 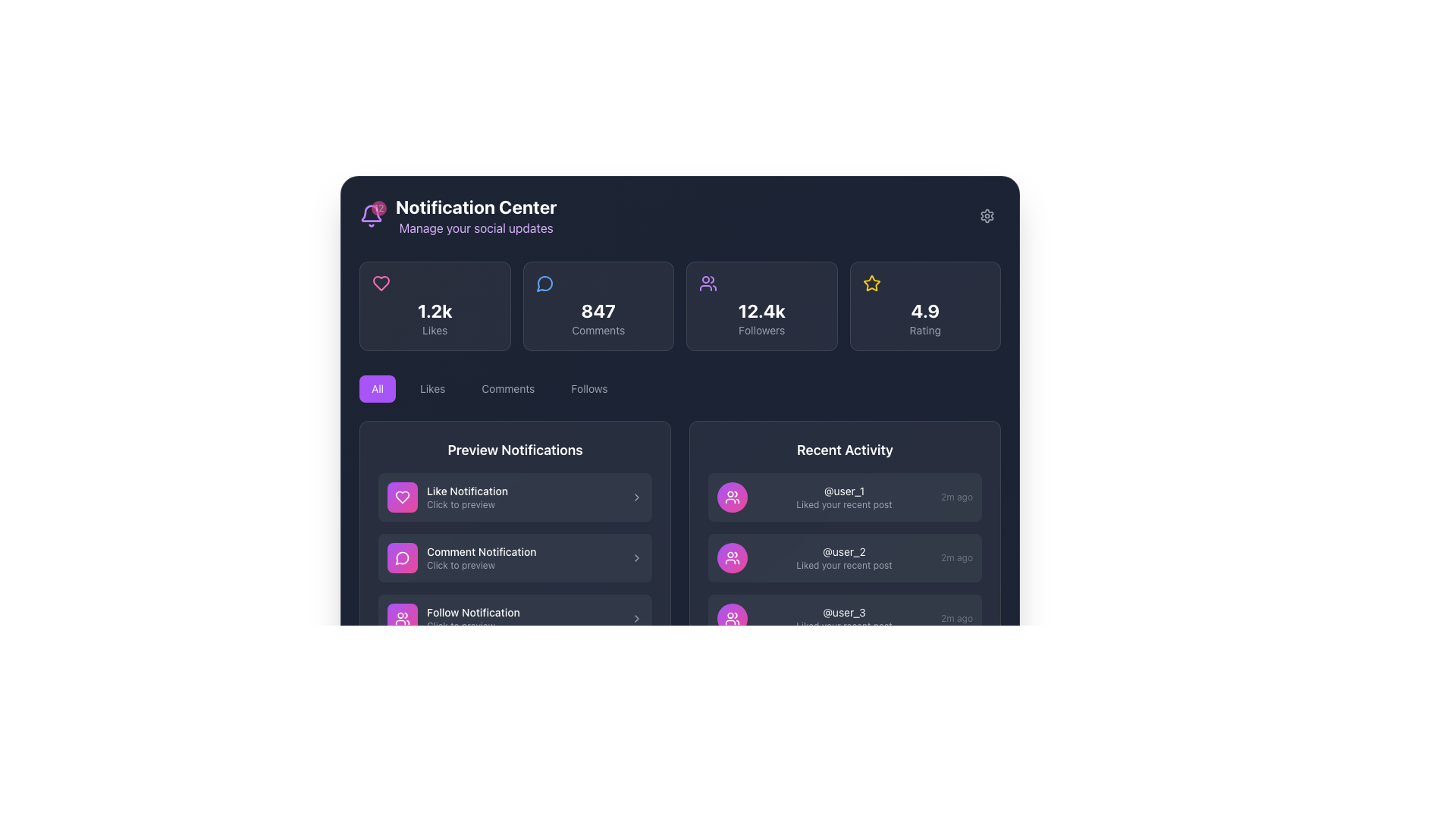 I want to click on the second visual grouping of notifications in the Interactive list preview component with the title 'Preview Notifications', so click(x=515, y=571).